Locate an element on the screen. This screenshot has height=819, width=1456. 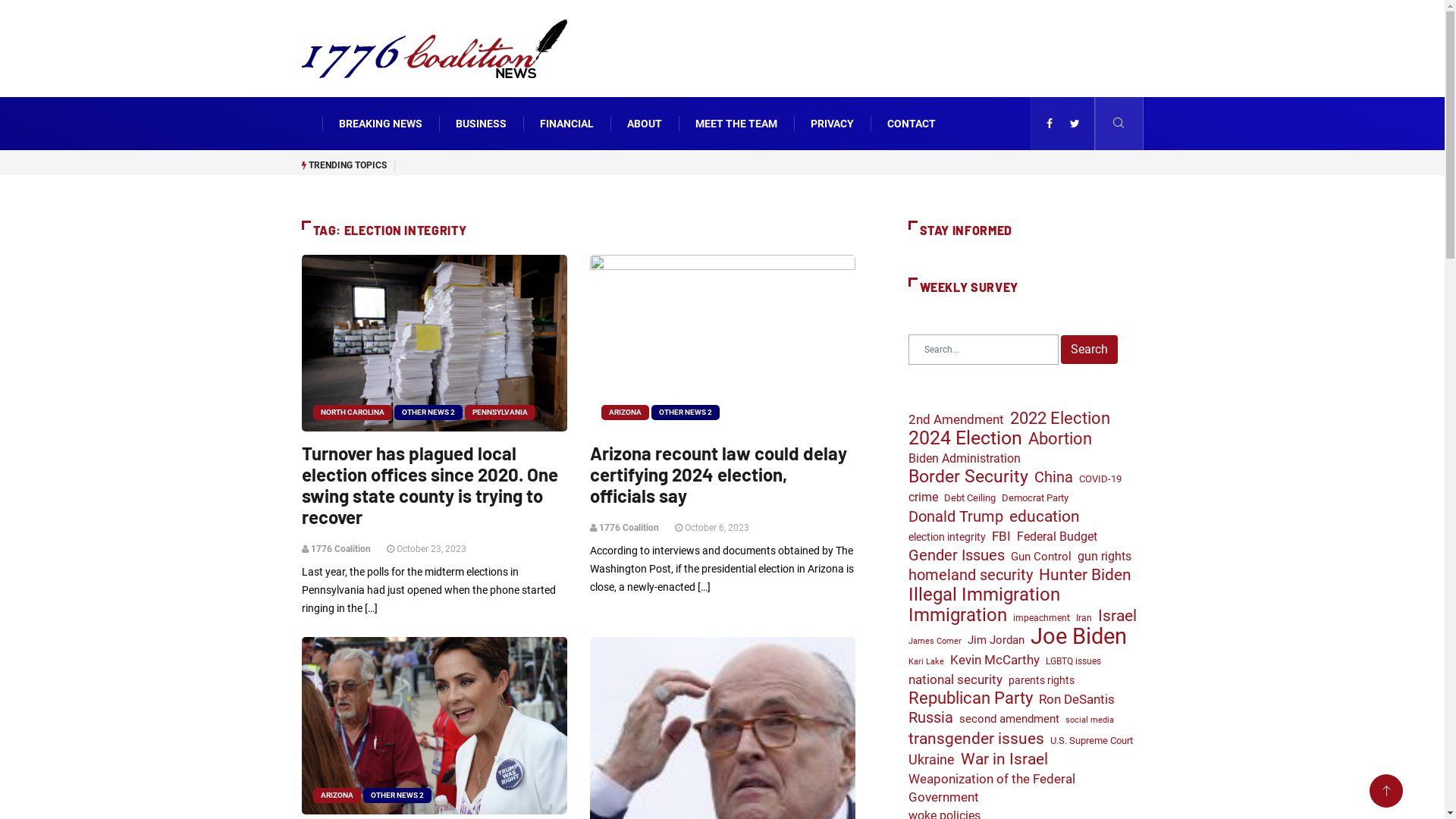
'crime' is located at coordinates (922, 497).